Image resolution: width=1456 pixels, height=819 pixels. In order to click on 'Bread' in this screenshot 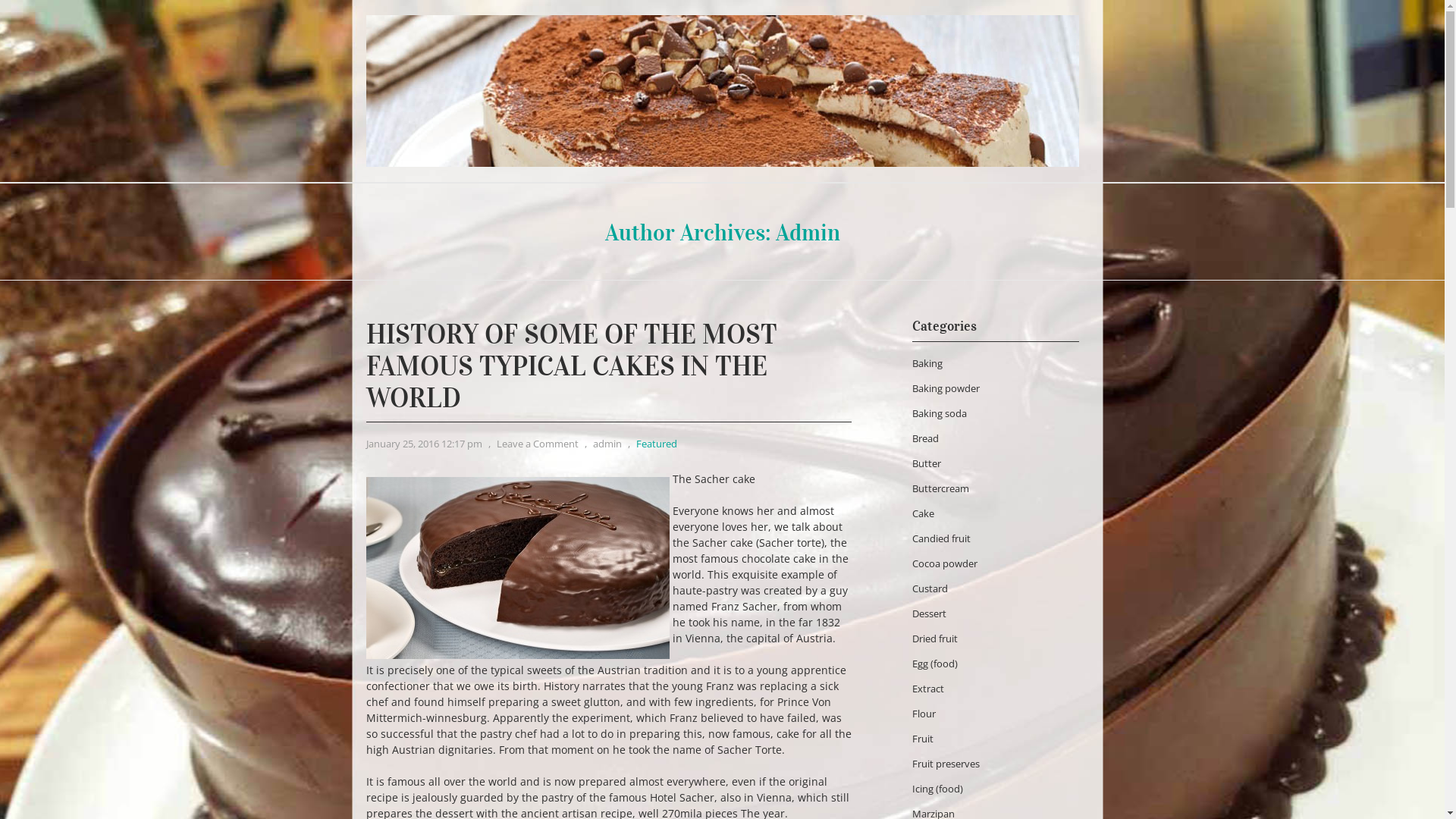, I will do `click(924, 438)`.